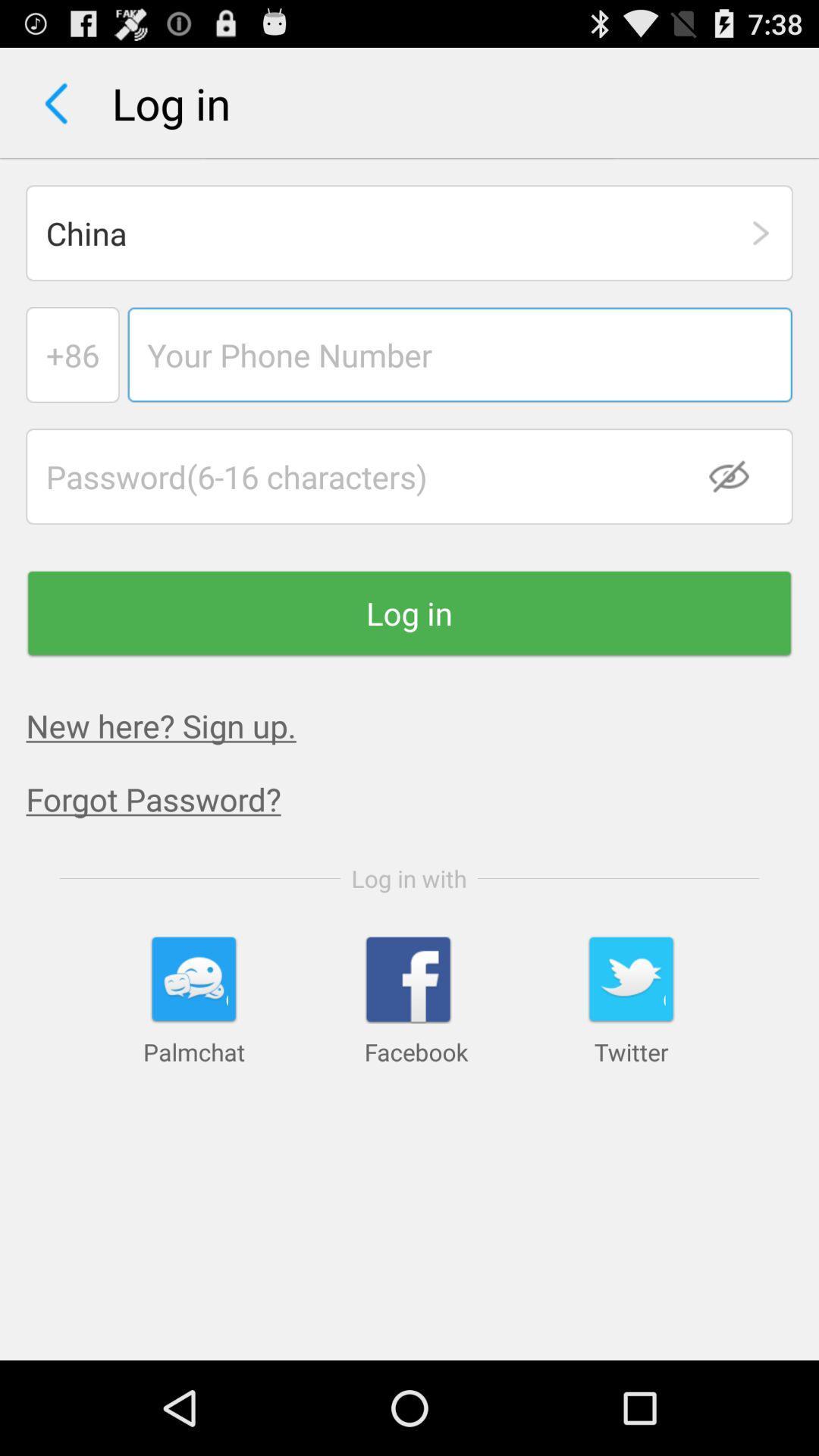 This screenshot has height=1456, width=819. Describe the element at coordinates (409, 475) in the screenshot. I see `input password` at that location.